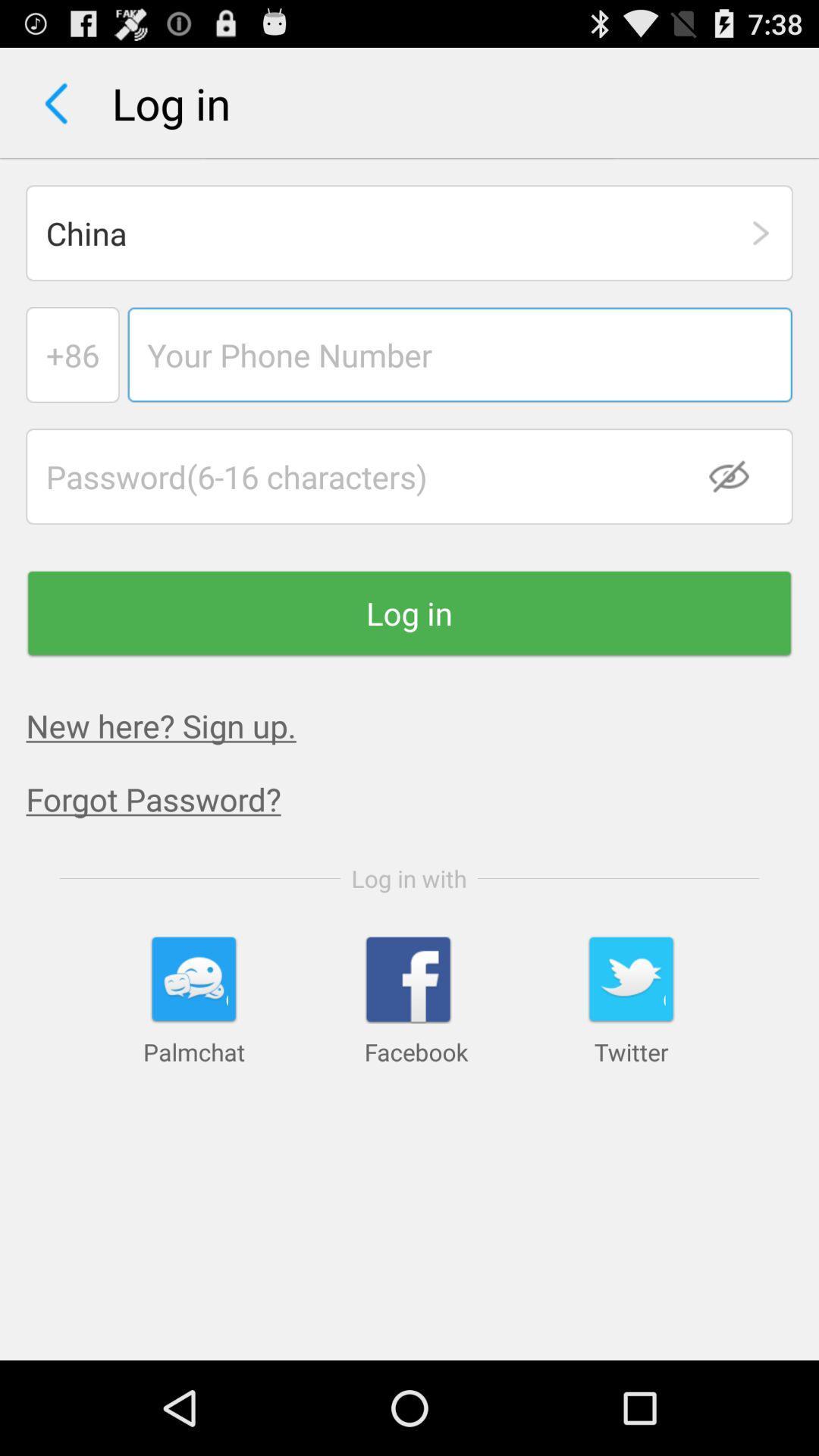 This screenshot has height=1456, width=819. Describe the element at coordinates (409, 475) in the screenshot. I see `input password` at that location.